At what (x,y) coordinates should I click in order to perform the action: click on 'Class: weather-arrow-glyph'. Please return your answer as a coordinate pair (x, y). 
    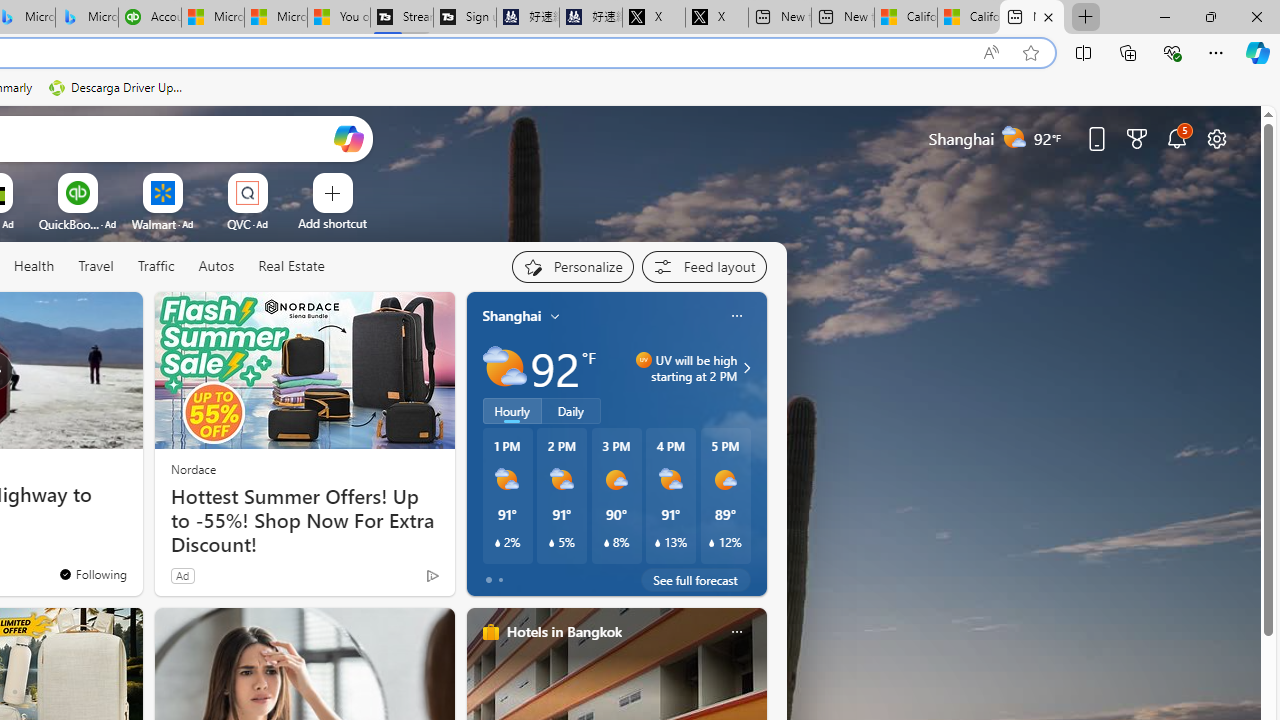
    Looking at the image, I should click on (745, 367).